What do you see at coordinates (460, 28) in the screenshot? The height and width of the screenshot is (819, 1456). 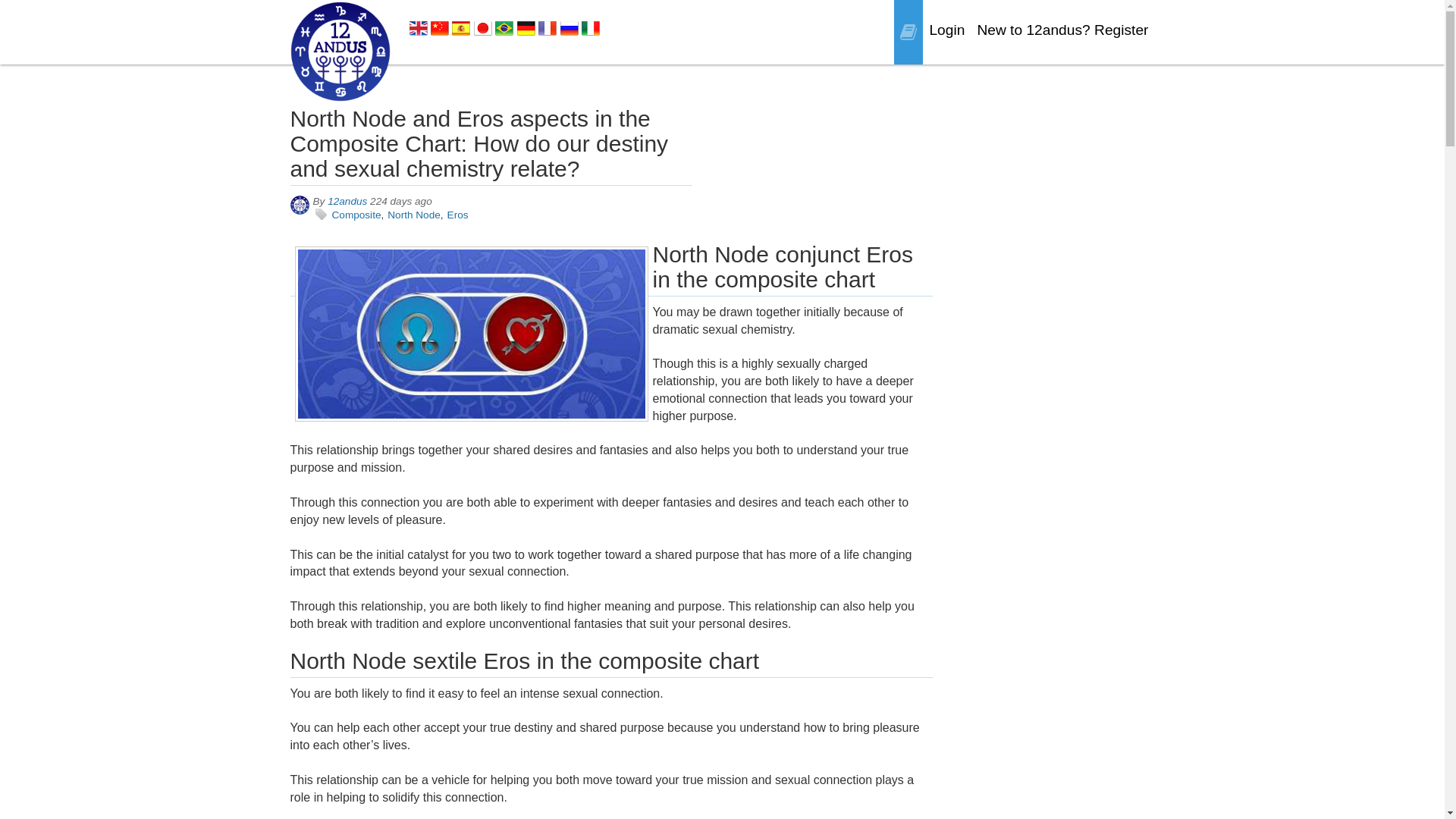 I see `'Spanish'` at bounding box center [460, 28].